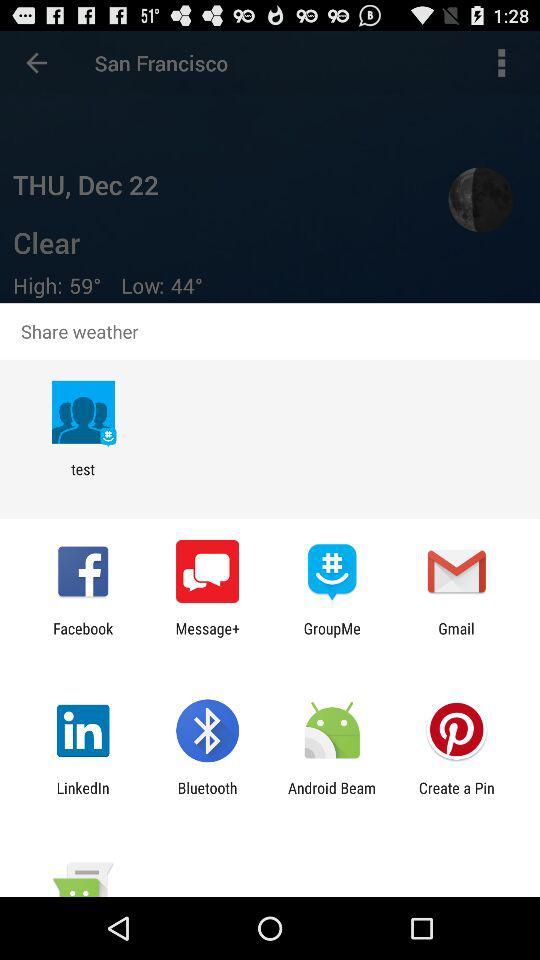 The image size is (540, 960). What do you see at coordinates (456, 796) in the screenshot?
I see `icon next to android beam item` at bounding box center [456, 796].